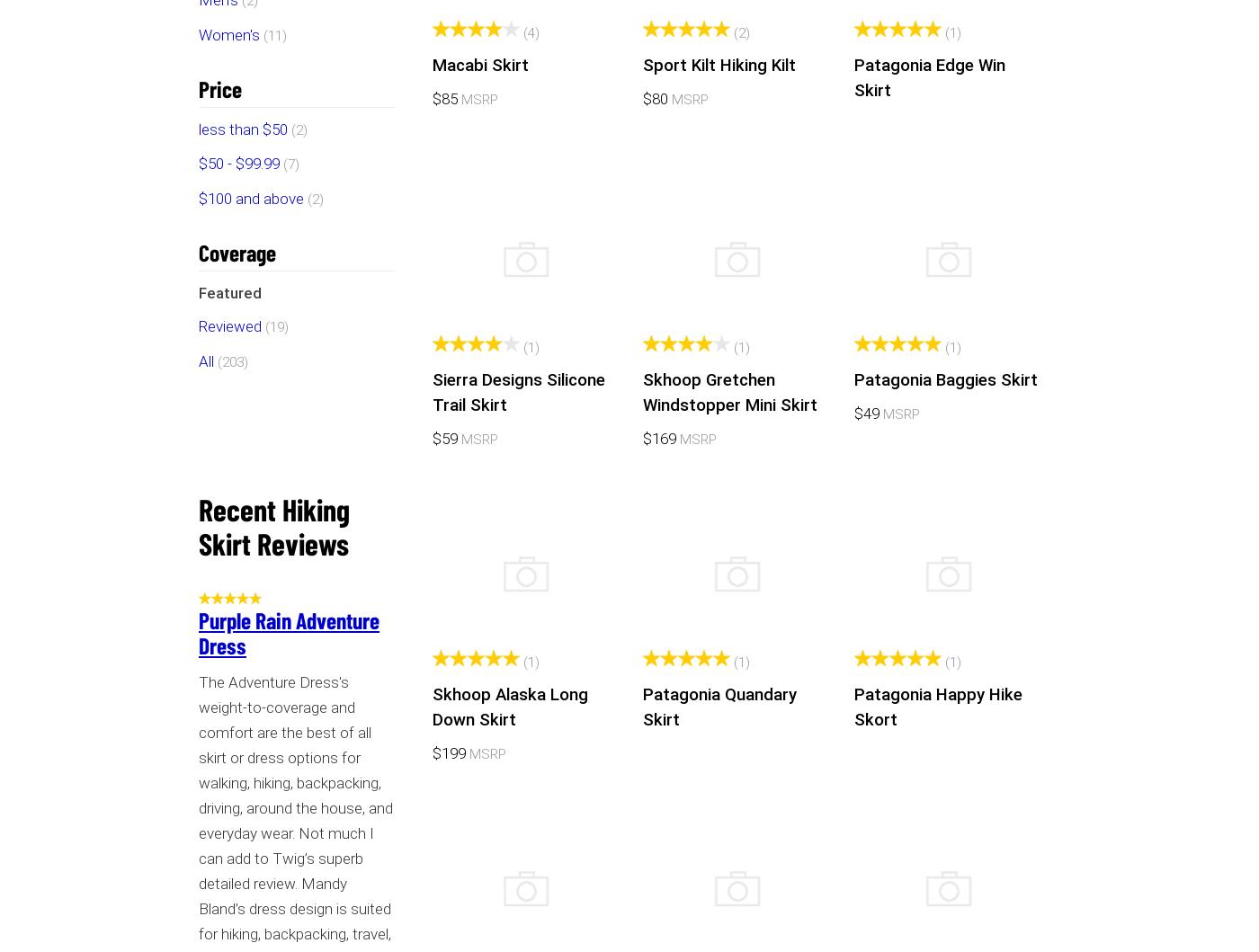  Describe the element at coordinates (868, 412) in the screenshot. I see `'$49'` at that location.